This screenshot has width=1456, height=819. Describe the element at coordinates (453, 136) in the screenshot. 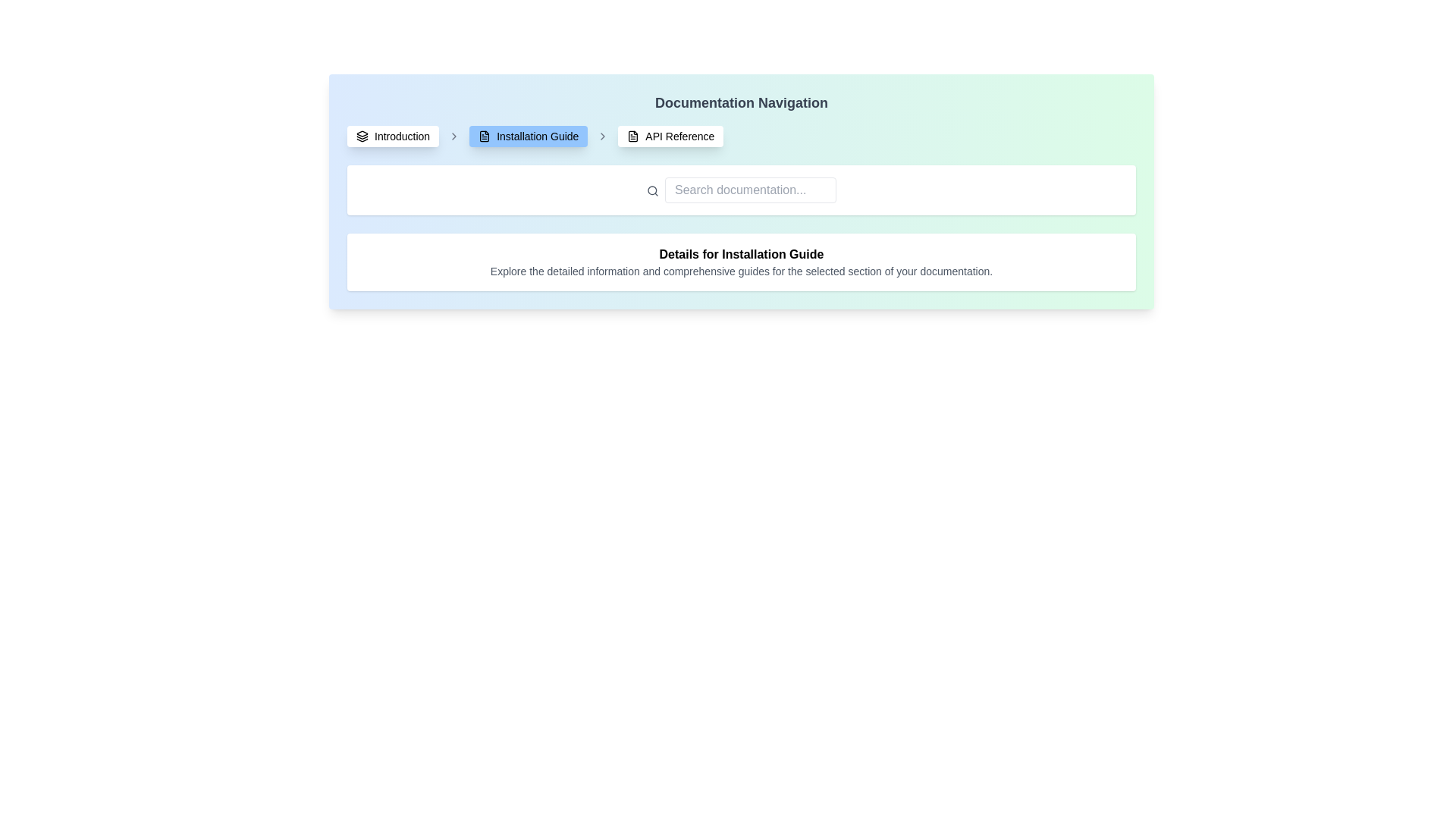

I see `the chevron icon that visually separates 'Introduction' and 'Installation Guide' in the breadcrumb navigation bar at the top of the page` at that location.